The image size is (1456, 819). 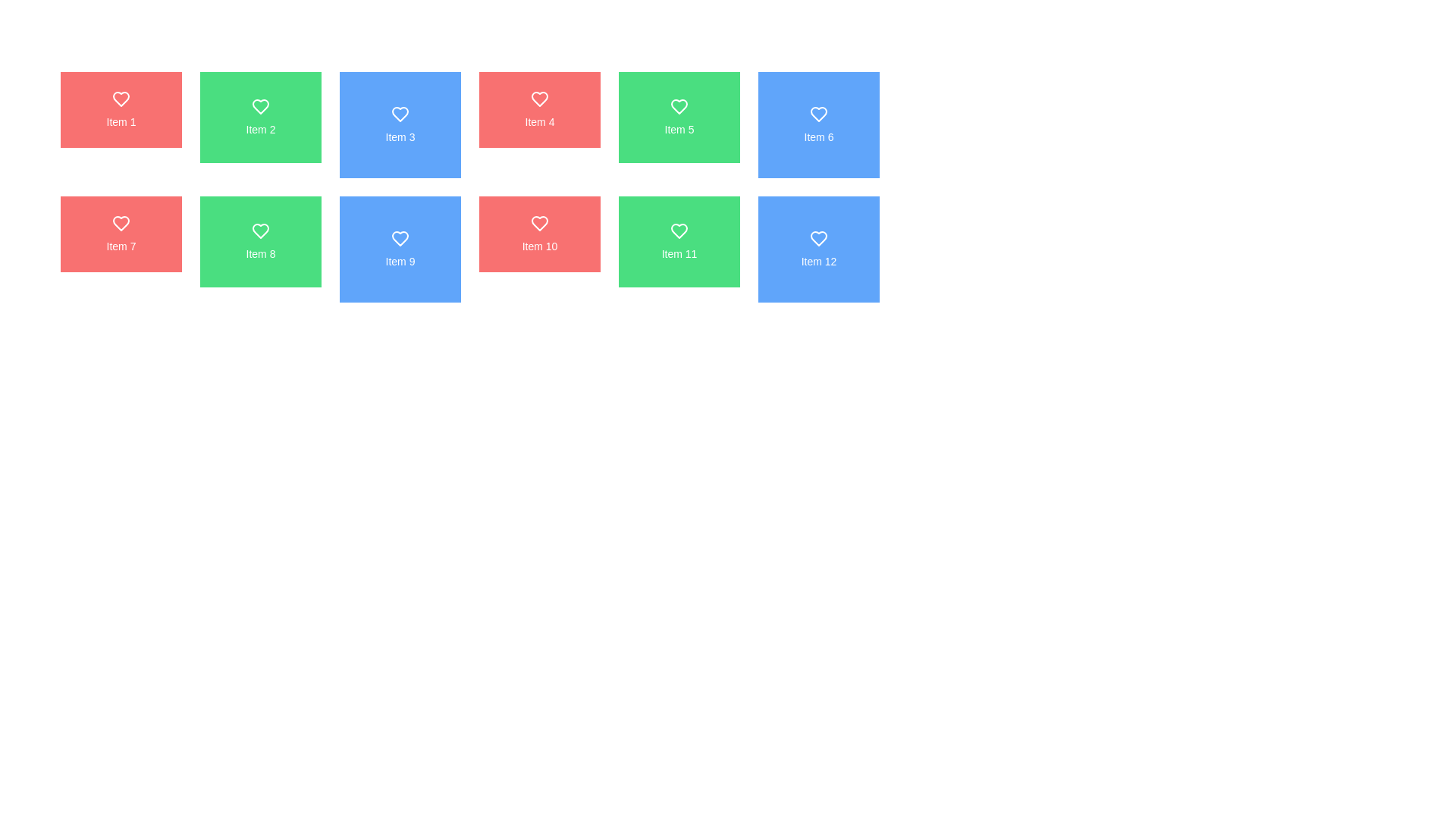 What do you see at coordinates (539, 121) in the screenshot?
I see `the text label that represents 'Item 4', located at the bottom of the fourth box in a grid layout, which is red and surrounded by blue and green boxes` at bounding box center [539, 121].